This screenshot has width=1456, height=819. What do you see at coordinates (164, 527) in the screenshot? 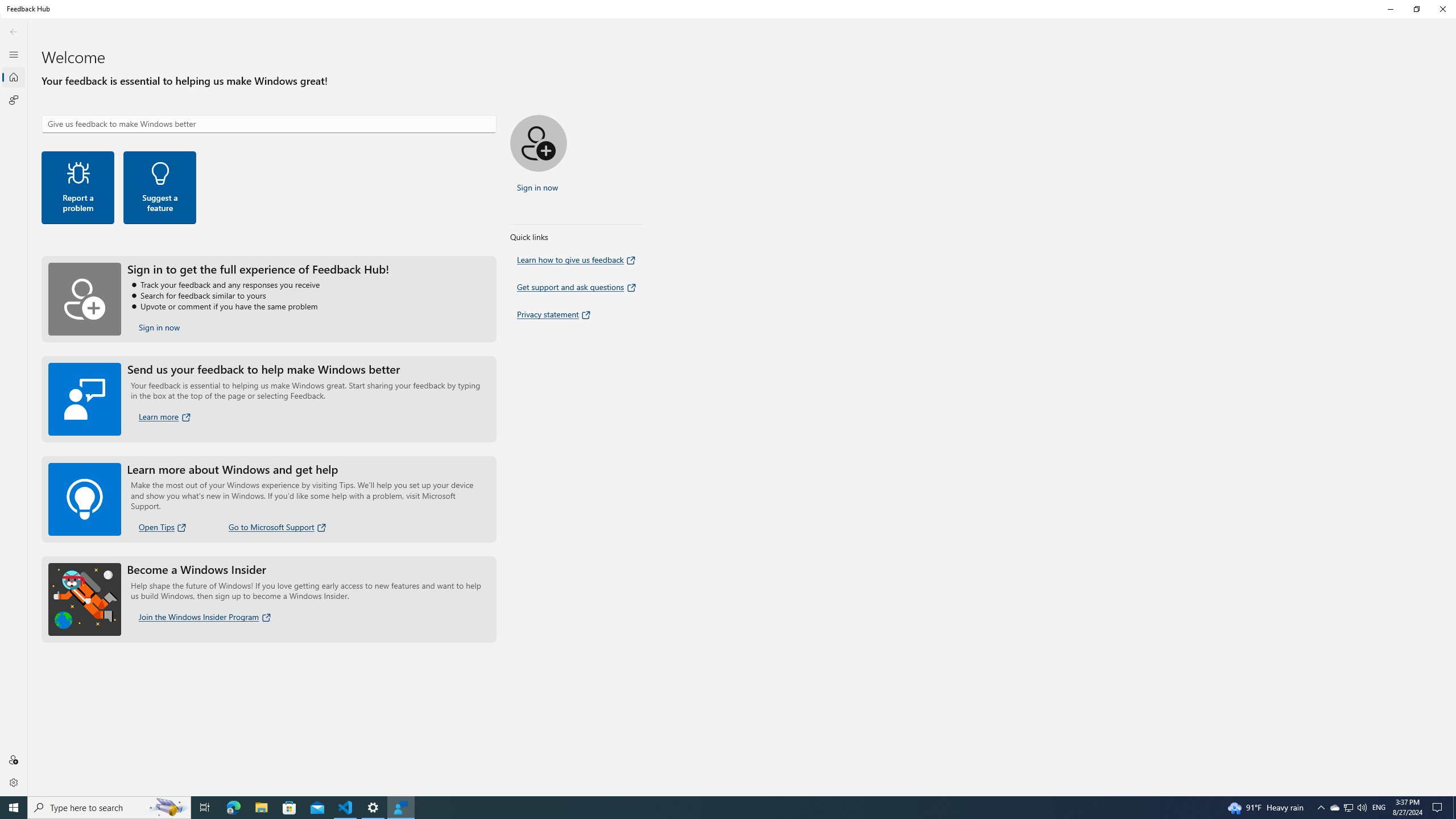
I see `'Open Tips'` at bounding box center [164, 527].